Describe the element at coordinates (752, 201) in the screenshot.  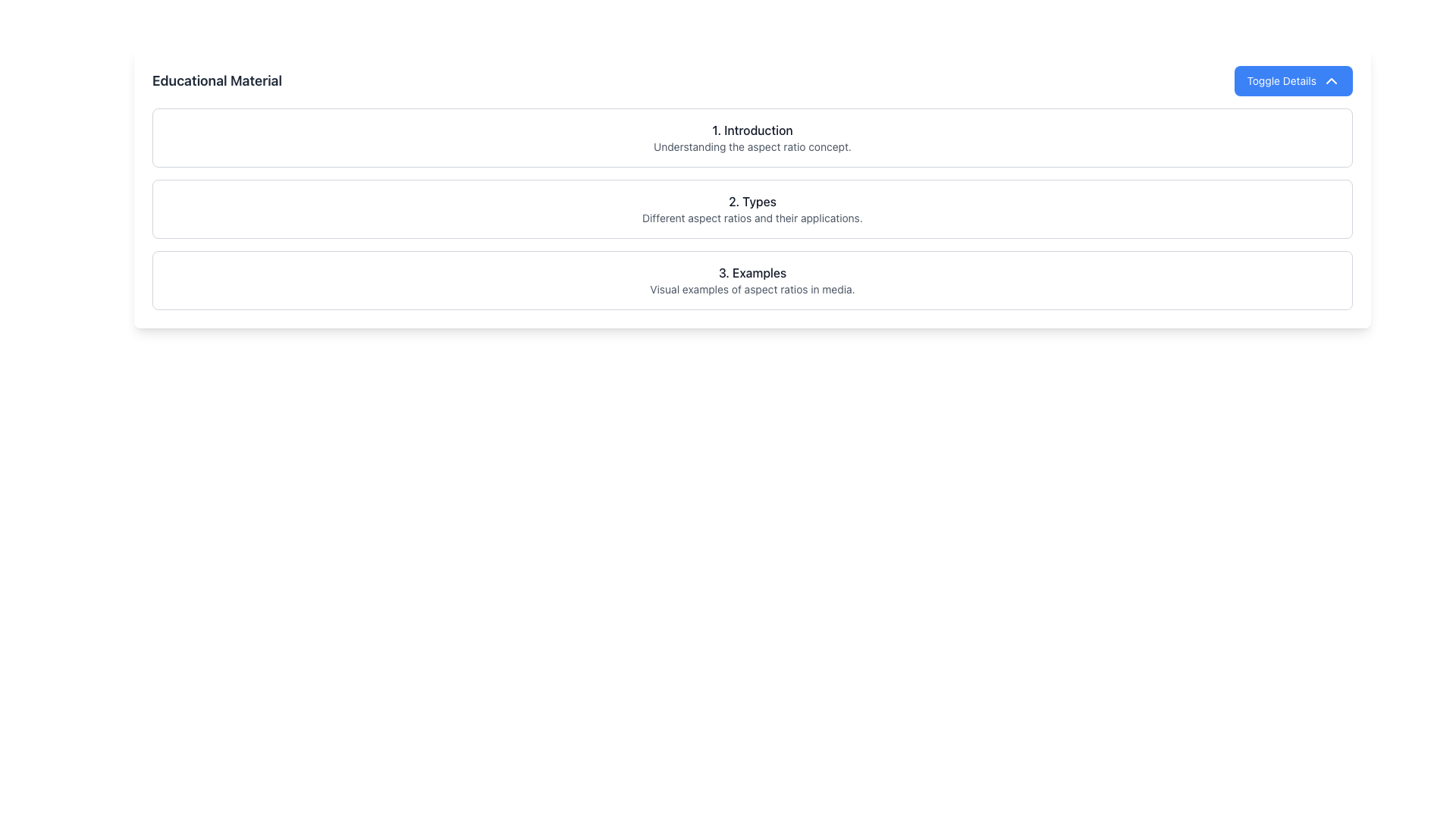
I see `the section heading that provides a title or description, which is the second heading in sequence among similar elements, centrally located above a smaller descriptive text element` at that location.